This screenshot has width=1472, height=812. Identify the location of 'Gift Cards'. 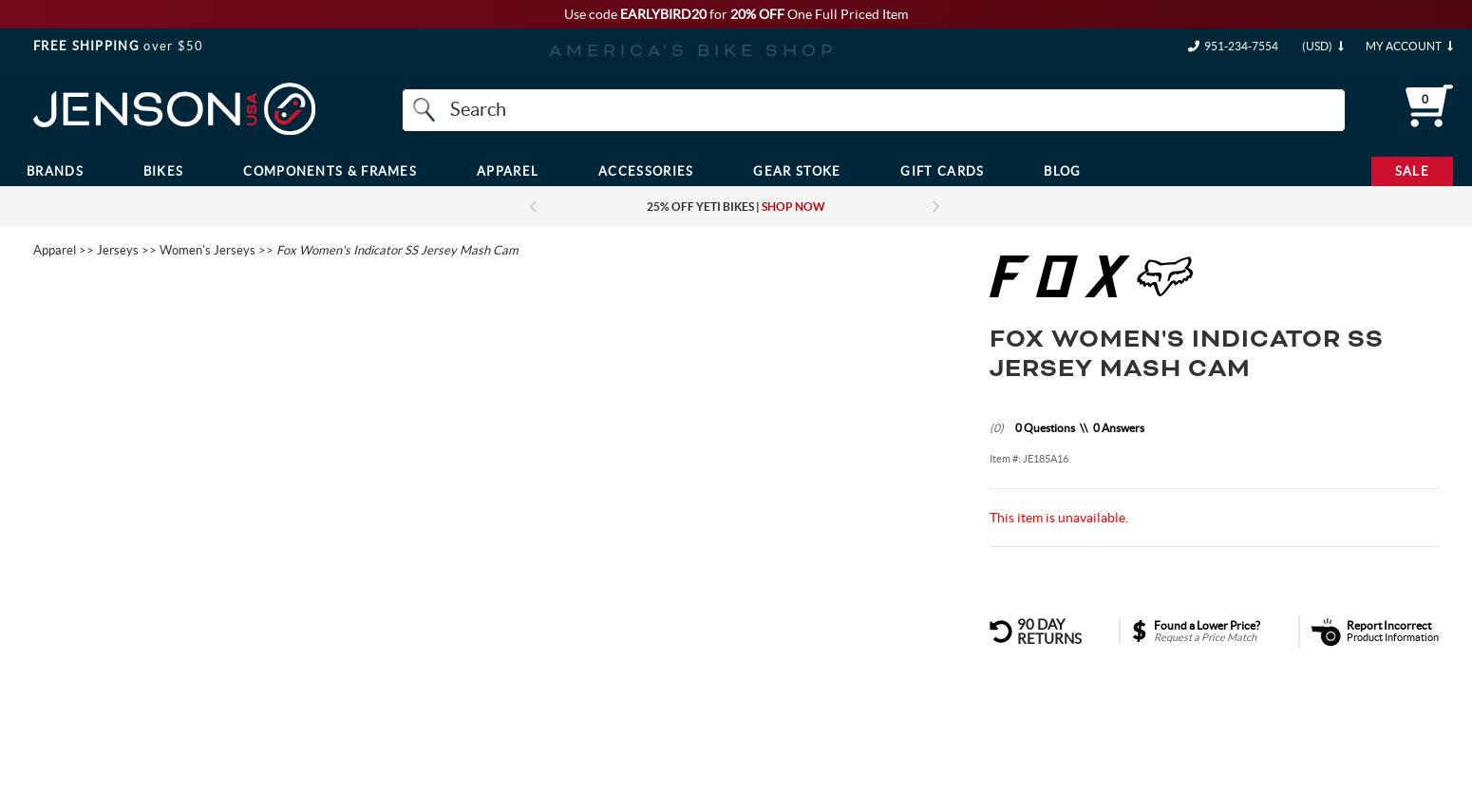
(941, 169).